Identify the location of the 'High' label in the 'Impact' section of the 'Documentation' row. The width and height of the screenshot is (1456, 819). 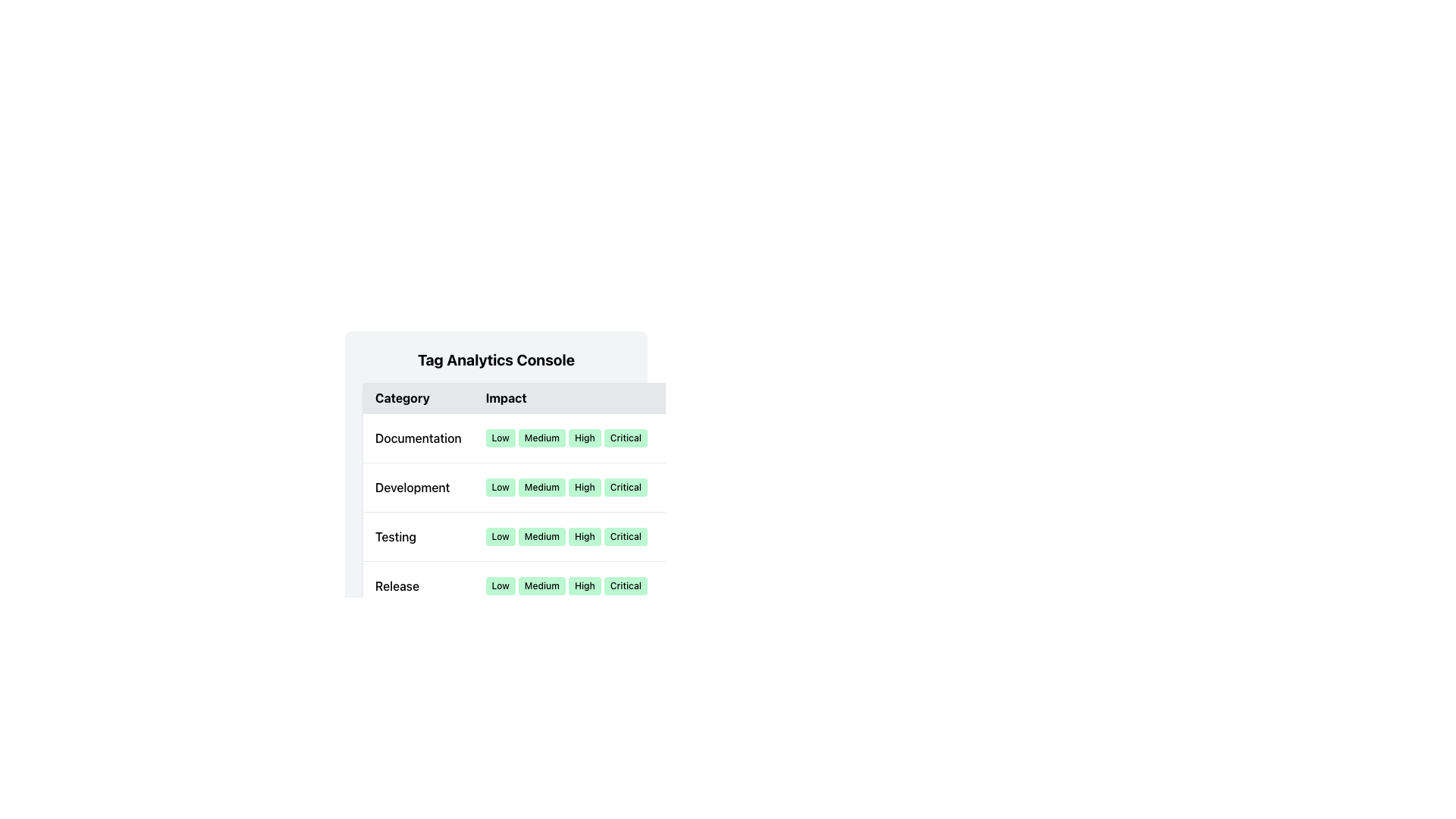
(566, 438).